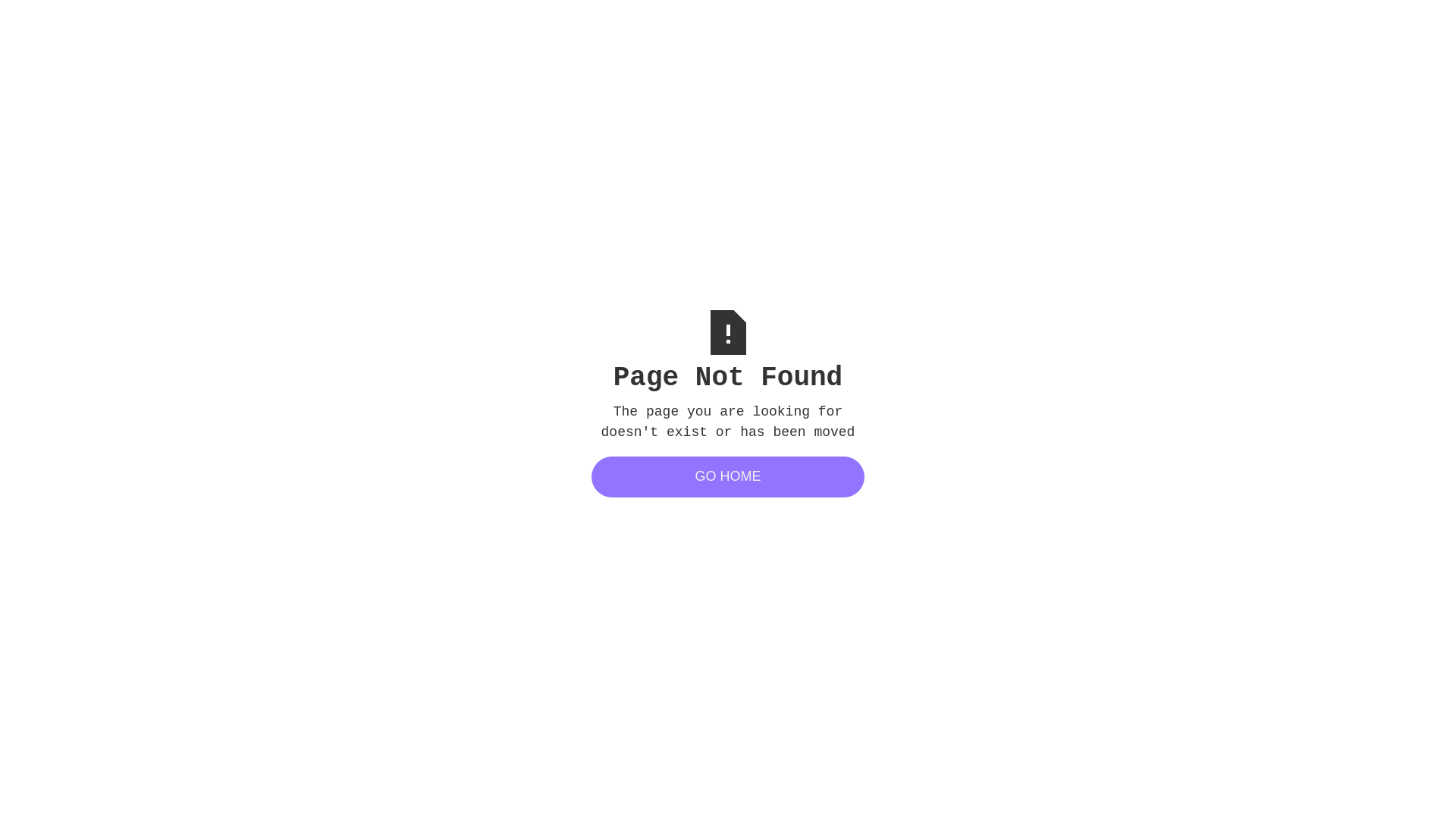 This screenshot has width=1456, height=819. Describe the element at coordinates (728, 475) in the screenshot. I see `'GO HOME'` at that location.